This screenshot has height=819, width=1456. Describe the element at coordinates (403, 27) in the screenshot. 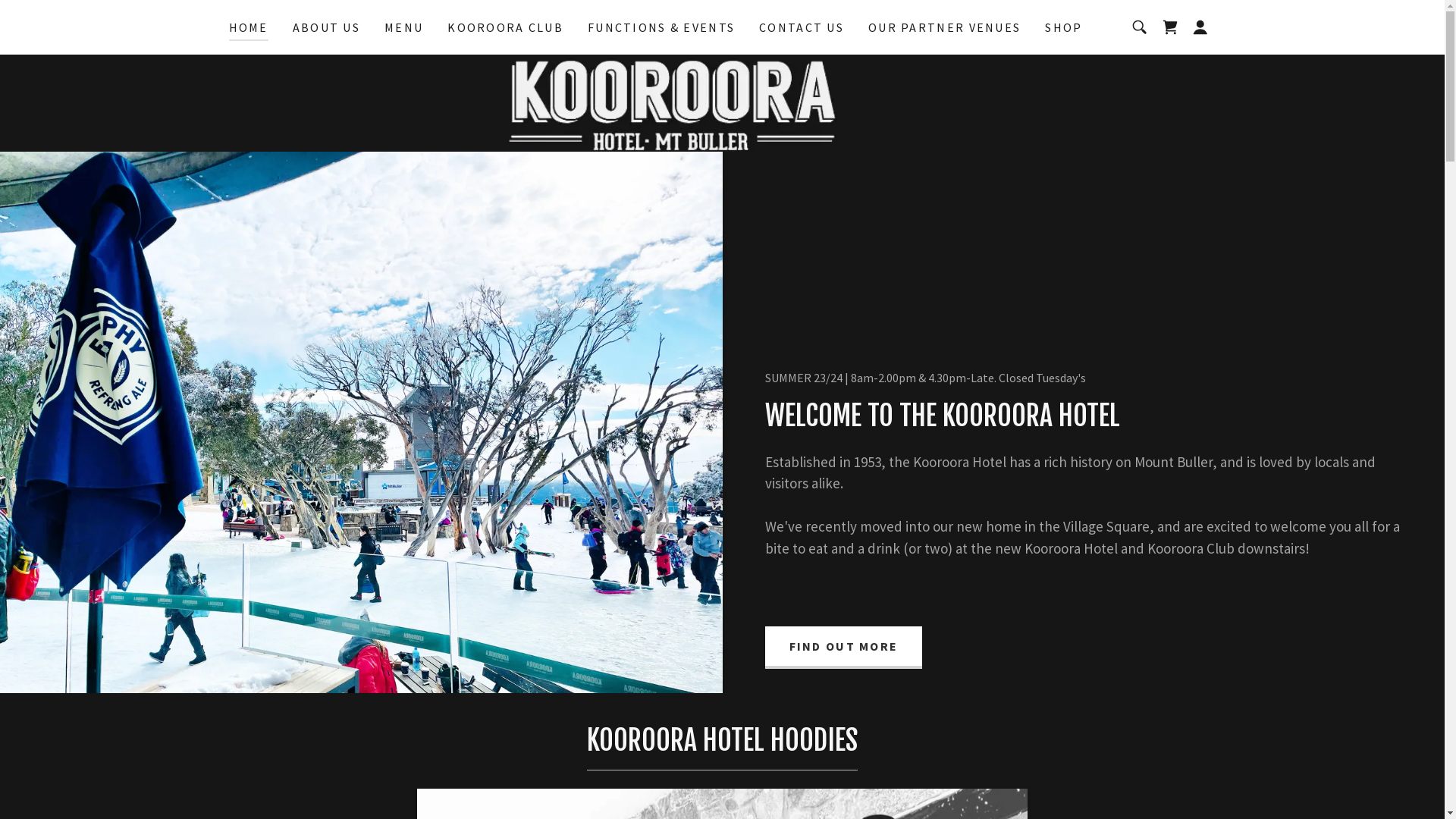

I see `'MENU'` at that location.